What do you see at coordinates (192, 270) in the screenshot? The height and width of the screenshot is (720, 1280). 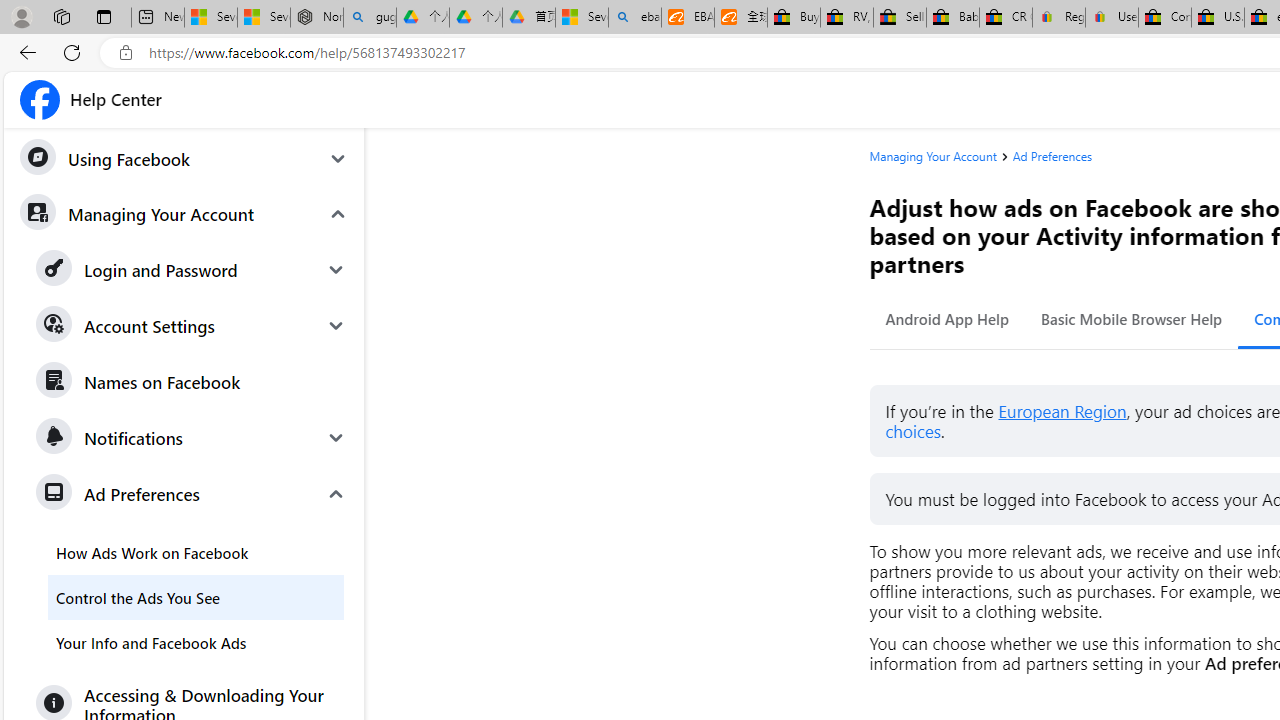 I see `'Login and Password Expand'` at bounding box center [192, 270].